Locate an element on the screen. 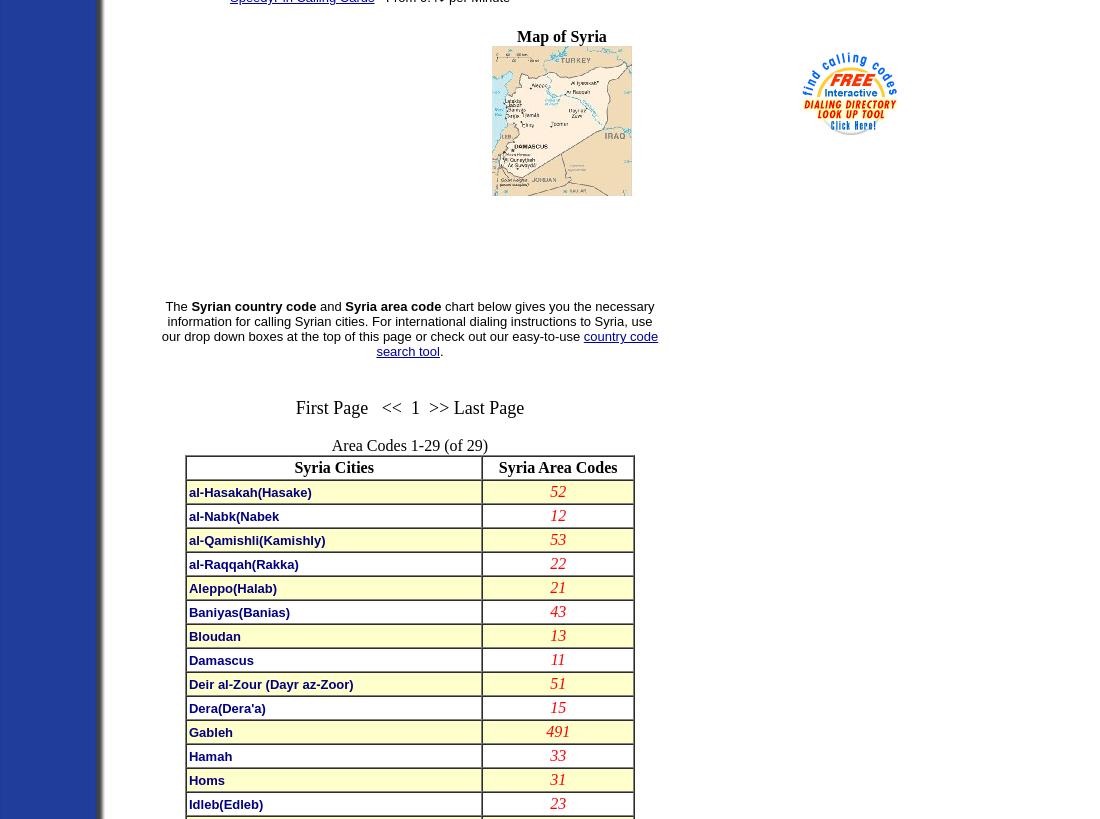  '51' is located at coordinates (557, 683).